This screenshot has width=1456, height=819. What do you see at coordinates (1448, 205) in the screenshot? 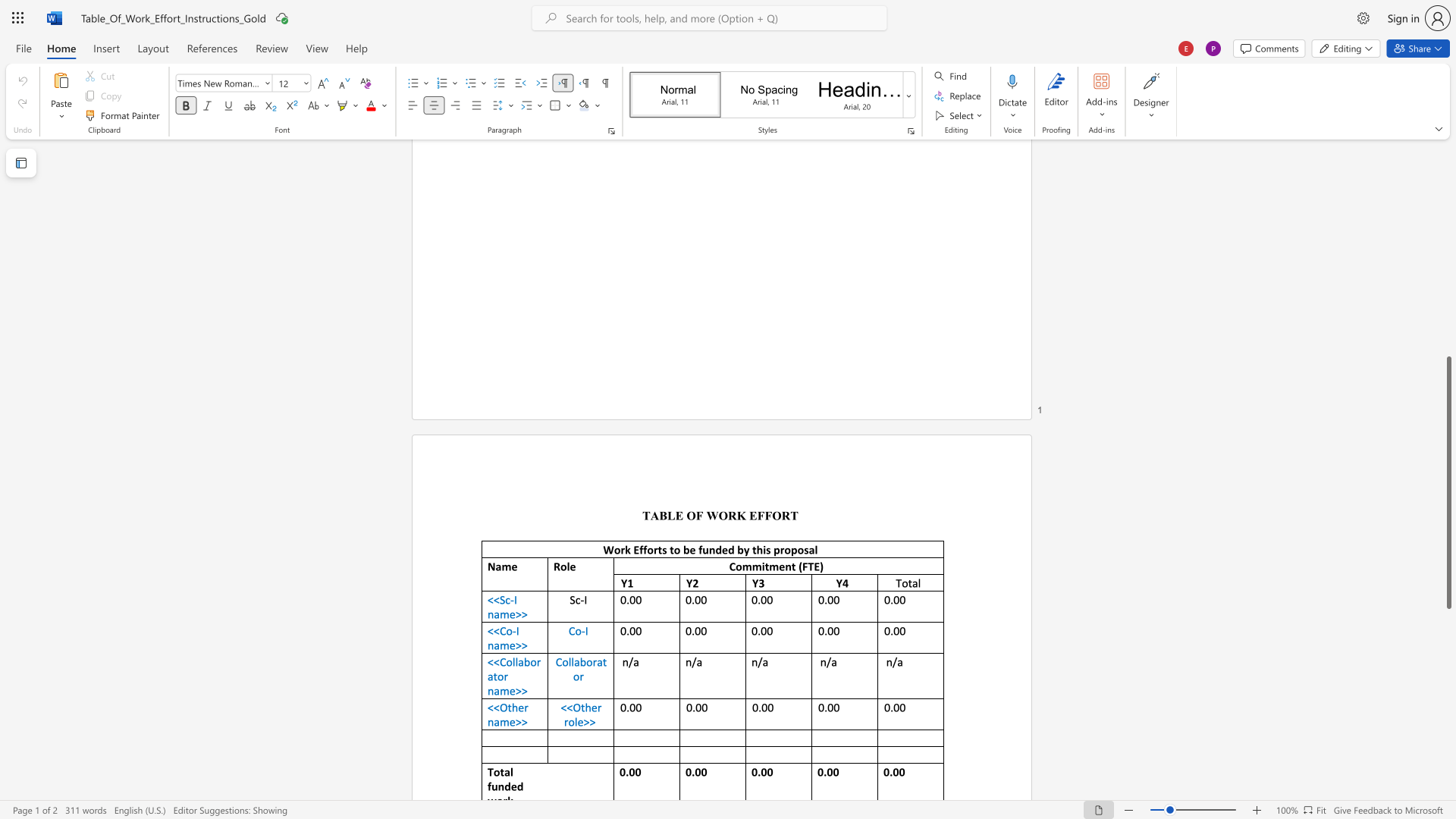
I see `the side scrollbar to bring the page up` at bounding box center [1448, 205].